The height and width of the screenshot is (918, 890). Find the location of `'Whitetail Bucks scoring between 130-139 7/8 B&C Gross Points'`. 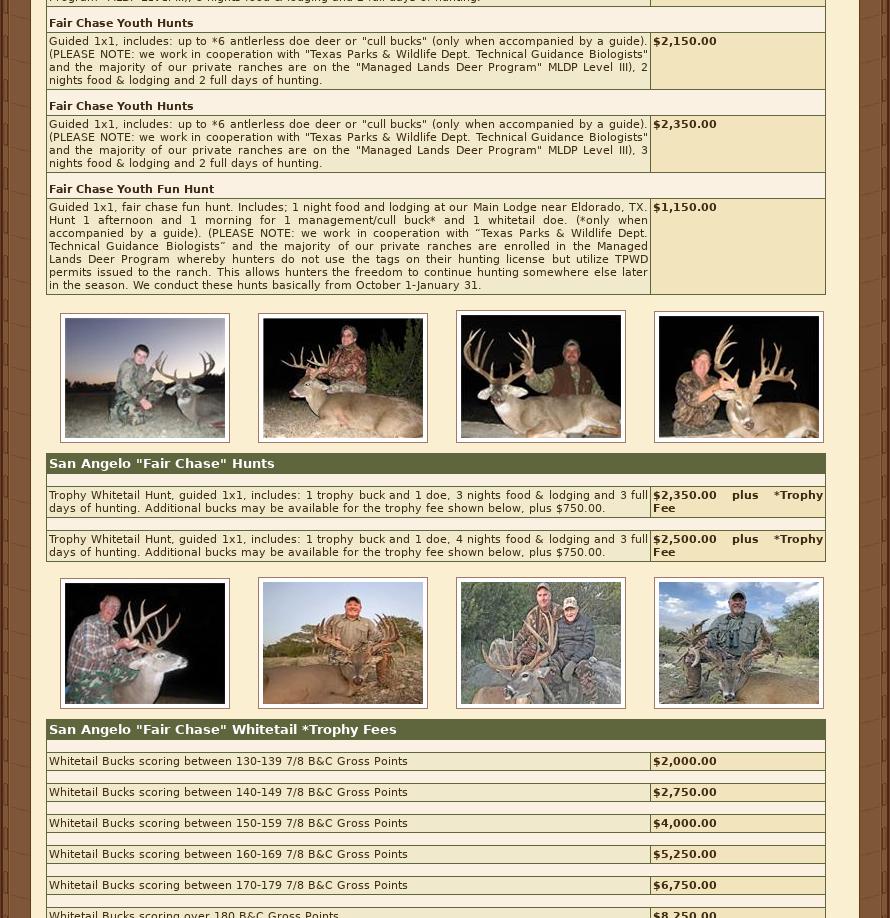

'Whitetail Bucks scoring between 130-139 7/8 B&C Gross Points' is located at coordinates (49, 760).